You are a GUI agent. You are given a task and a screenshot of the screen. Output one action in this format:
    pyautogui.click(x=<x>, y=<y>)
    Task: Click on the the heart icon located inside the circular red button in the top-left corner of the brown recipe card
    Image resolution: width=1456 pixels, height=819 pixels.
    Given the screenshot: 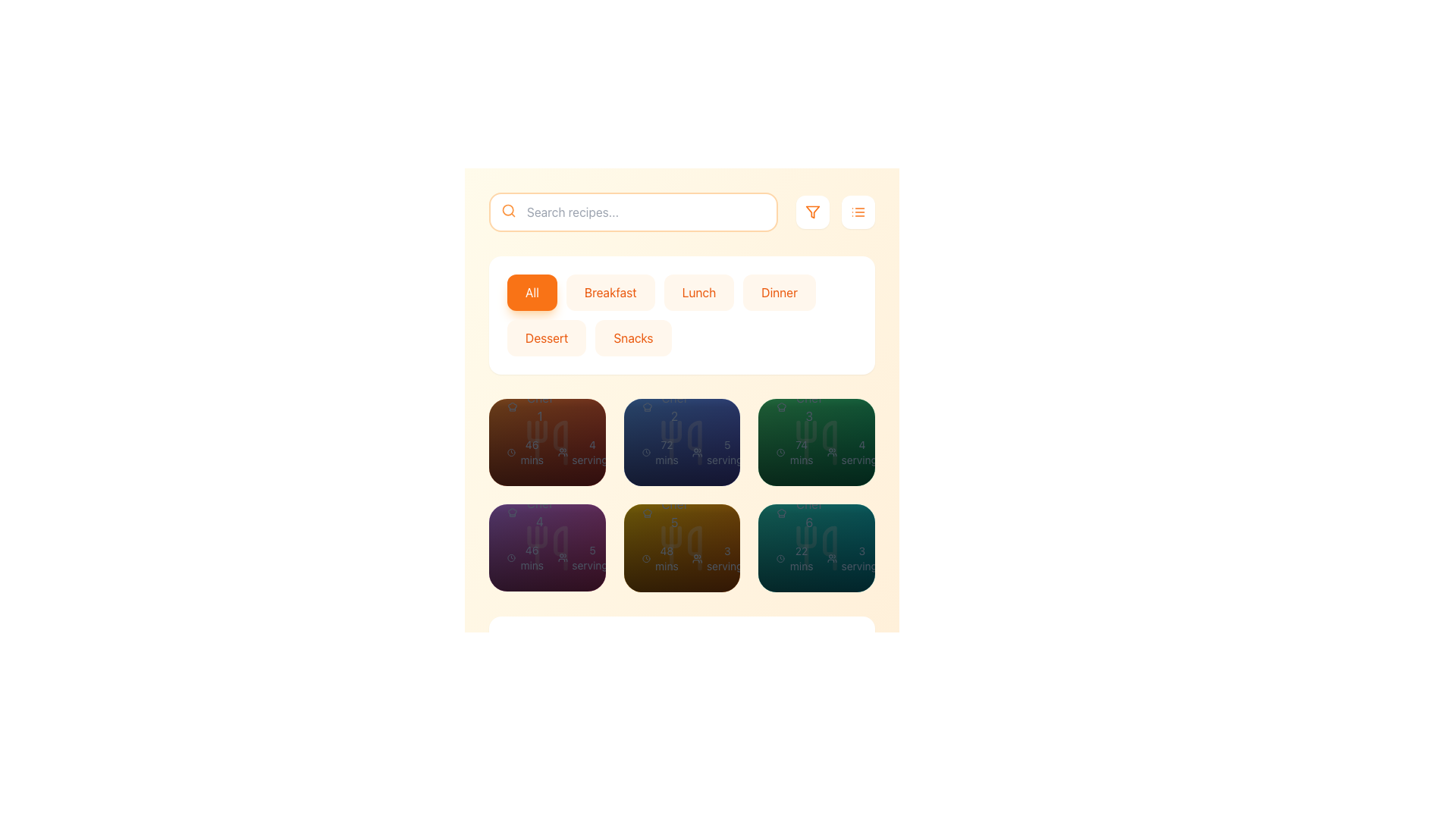 What is the action you would take?
    pyautogui.click(x=501, y=442)
    